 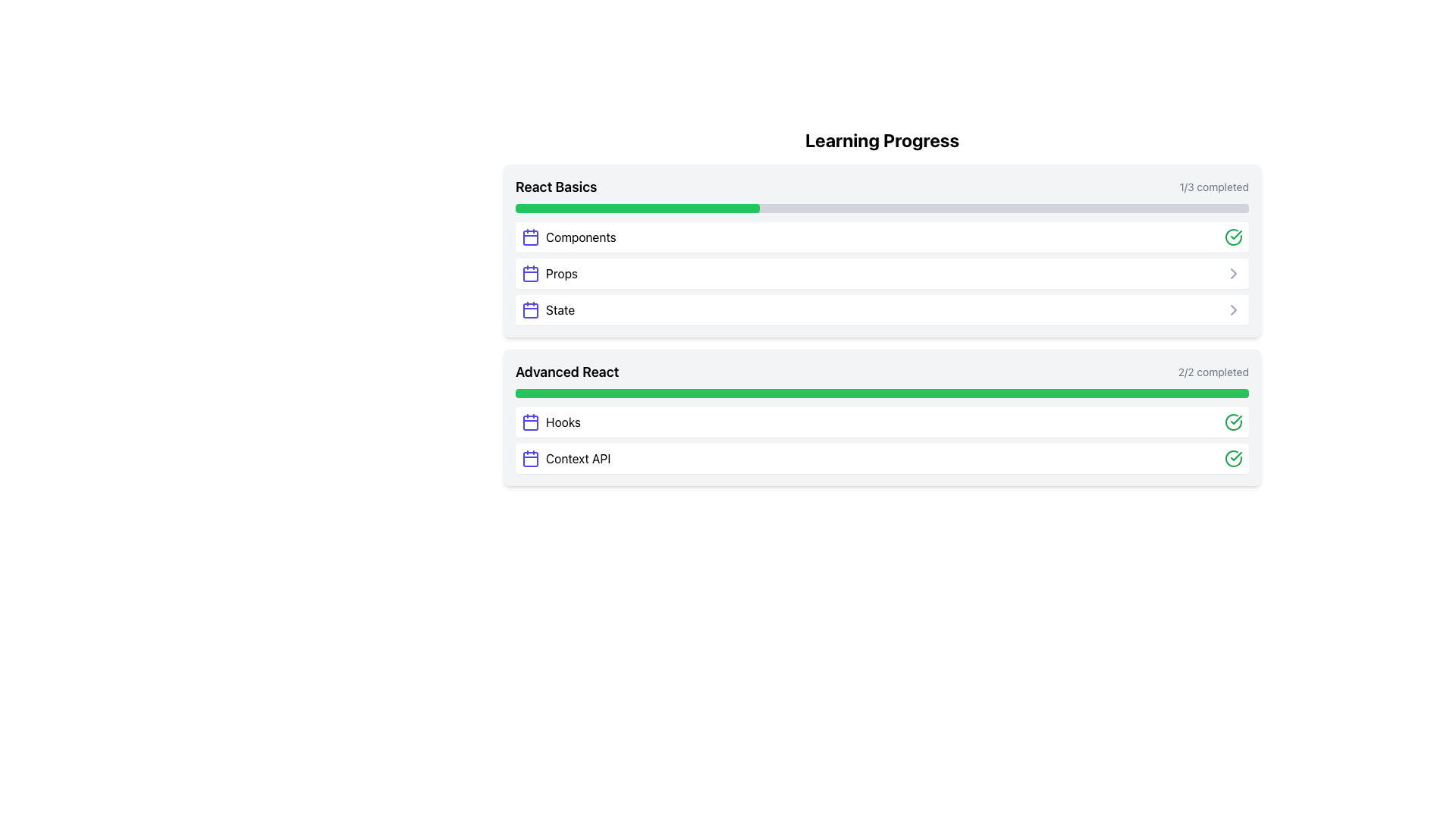 What do you see at coordinates (531, 274) in the screenshot?
I see `'Props' icon located within the 'React Basics' section, positioned to the left of the text 'Props'` at bounding box center [531, 274].